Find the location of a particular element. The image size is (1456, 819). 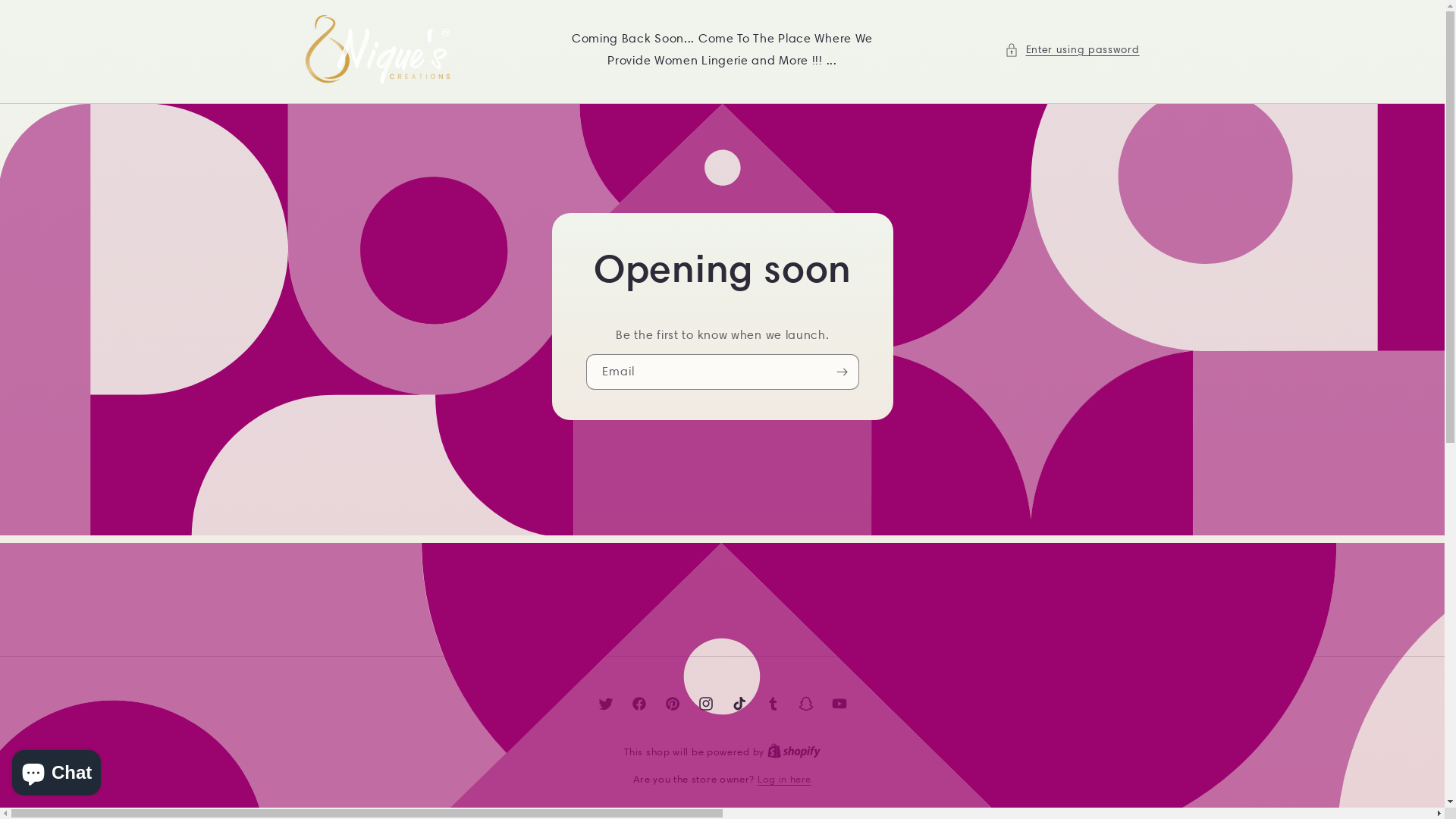

'Twitter' is located at coordinates (588, 704).